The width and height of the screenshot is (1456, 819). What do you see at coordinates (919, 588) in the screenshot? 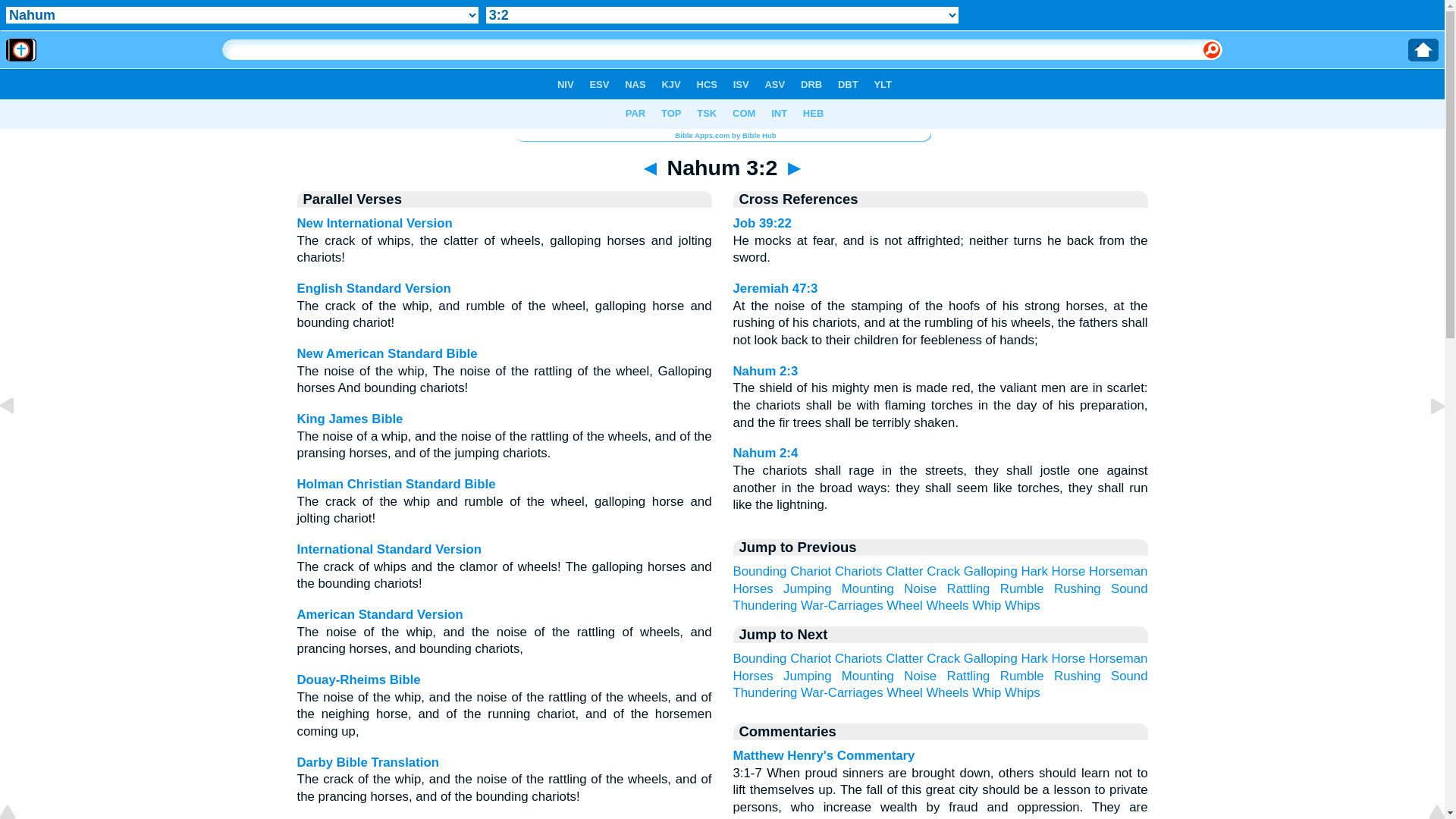
I see `'Noise'` at bounding box center [919, 588].